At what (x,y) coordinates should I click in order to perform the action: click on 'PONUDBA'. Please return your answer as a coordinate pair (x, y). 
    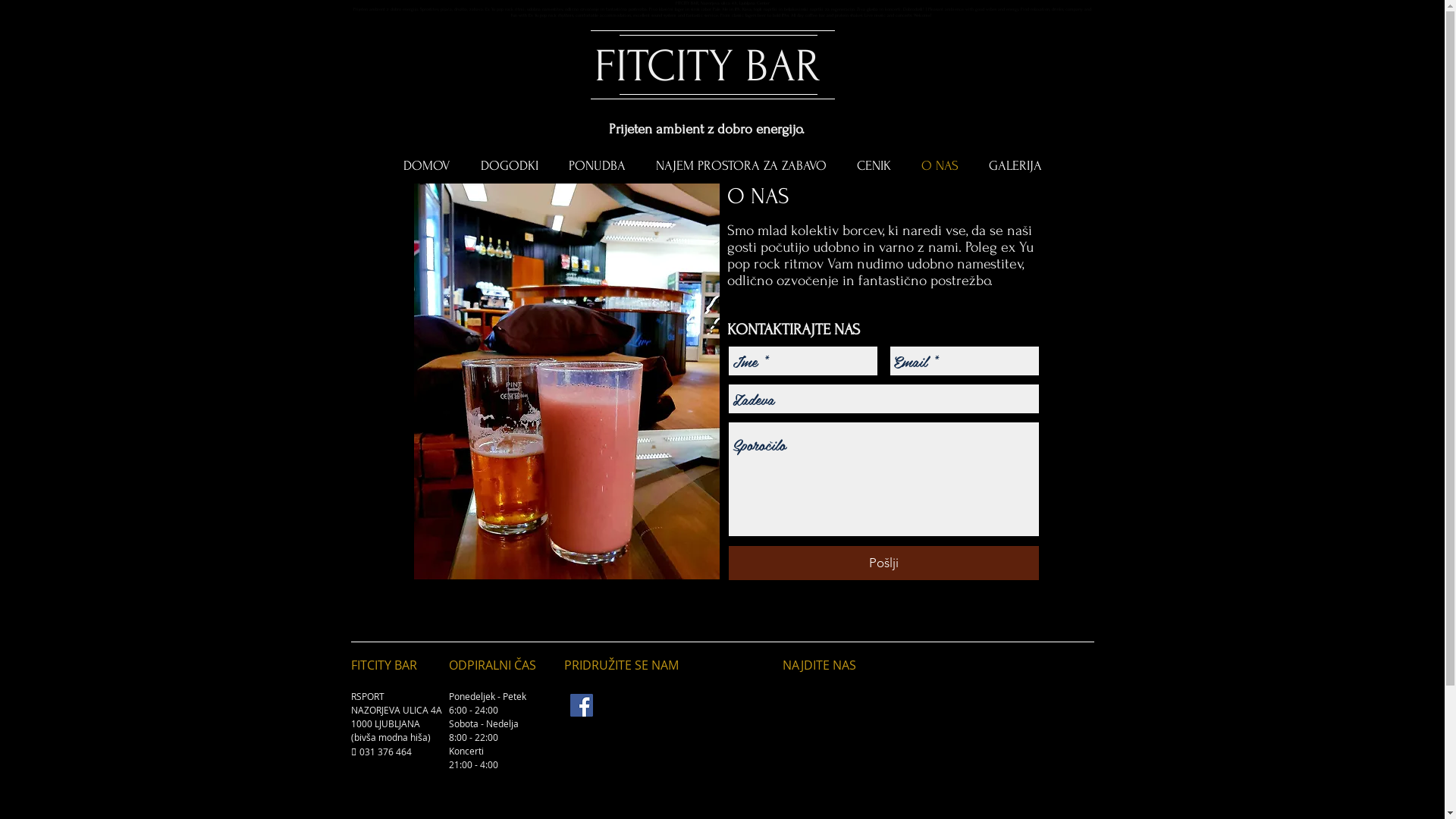
    Looking at the image, I should click on (596, 166).